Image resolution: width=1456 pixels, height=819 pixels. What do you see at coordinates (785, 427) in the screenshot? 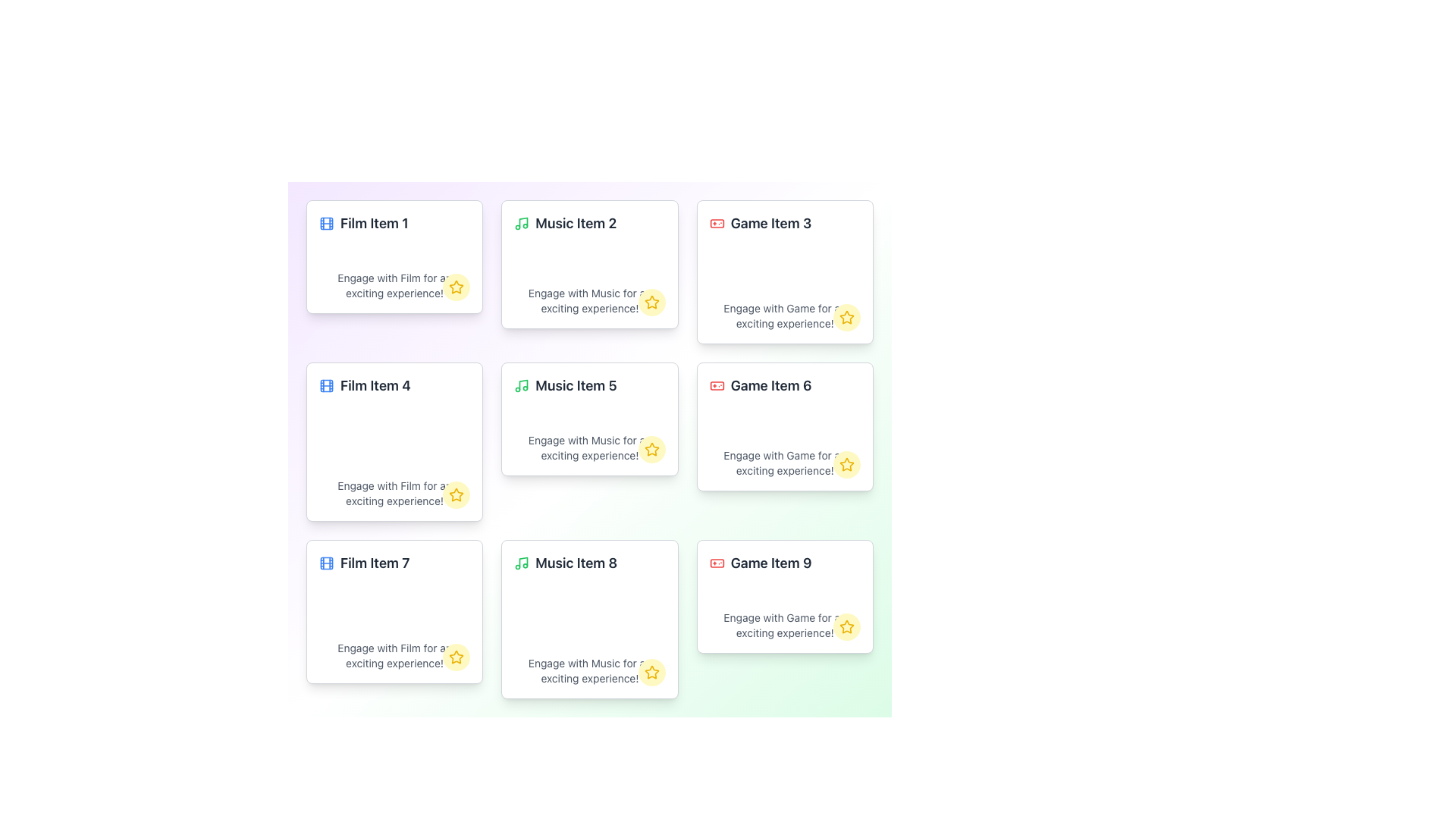
I see `the informational card about 'Game Item 6', which is located in the third row and second column of the grid layout` at bounding box center [785, 427].